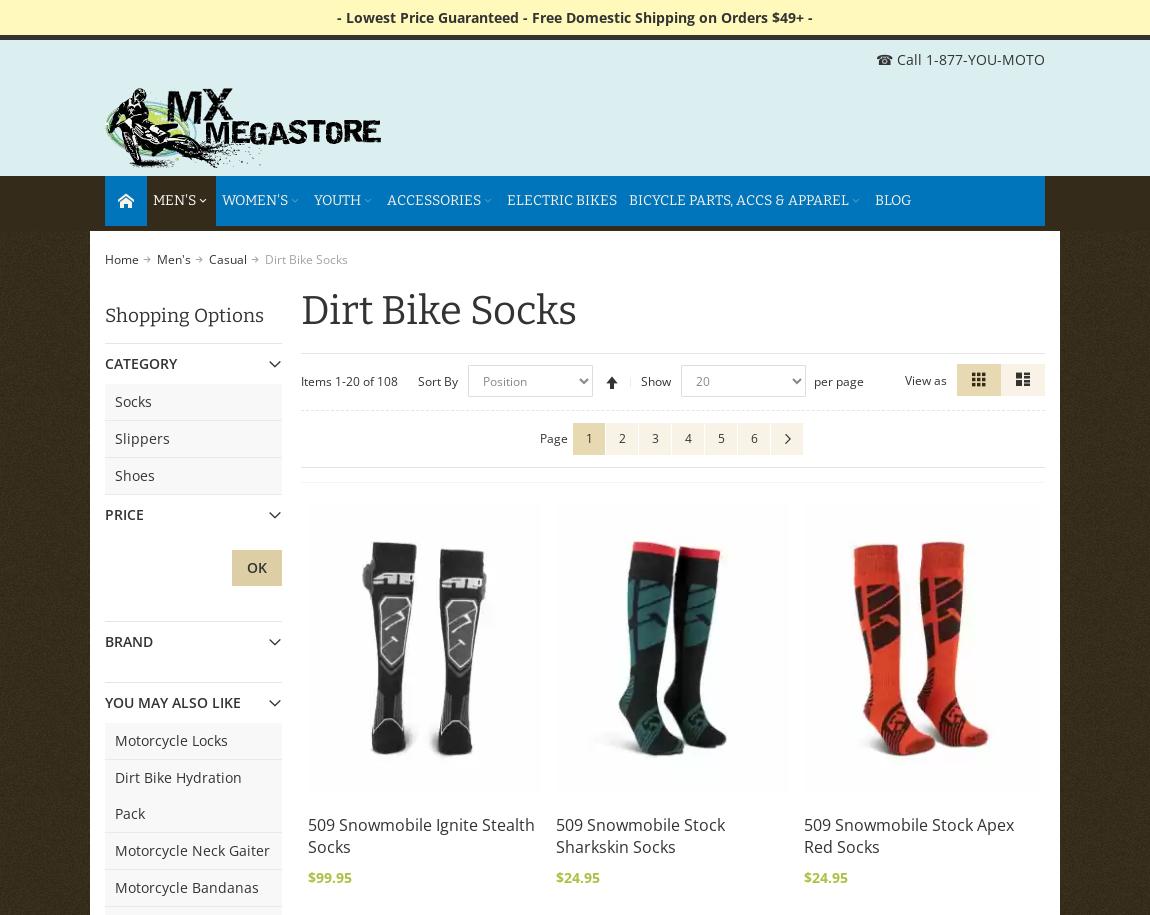  Describe the element at coordinates (253, 199) in the screenshot. I see `'Women's'` at that location.